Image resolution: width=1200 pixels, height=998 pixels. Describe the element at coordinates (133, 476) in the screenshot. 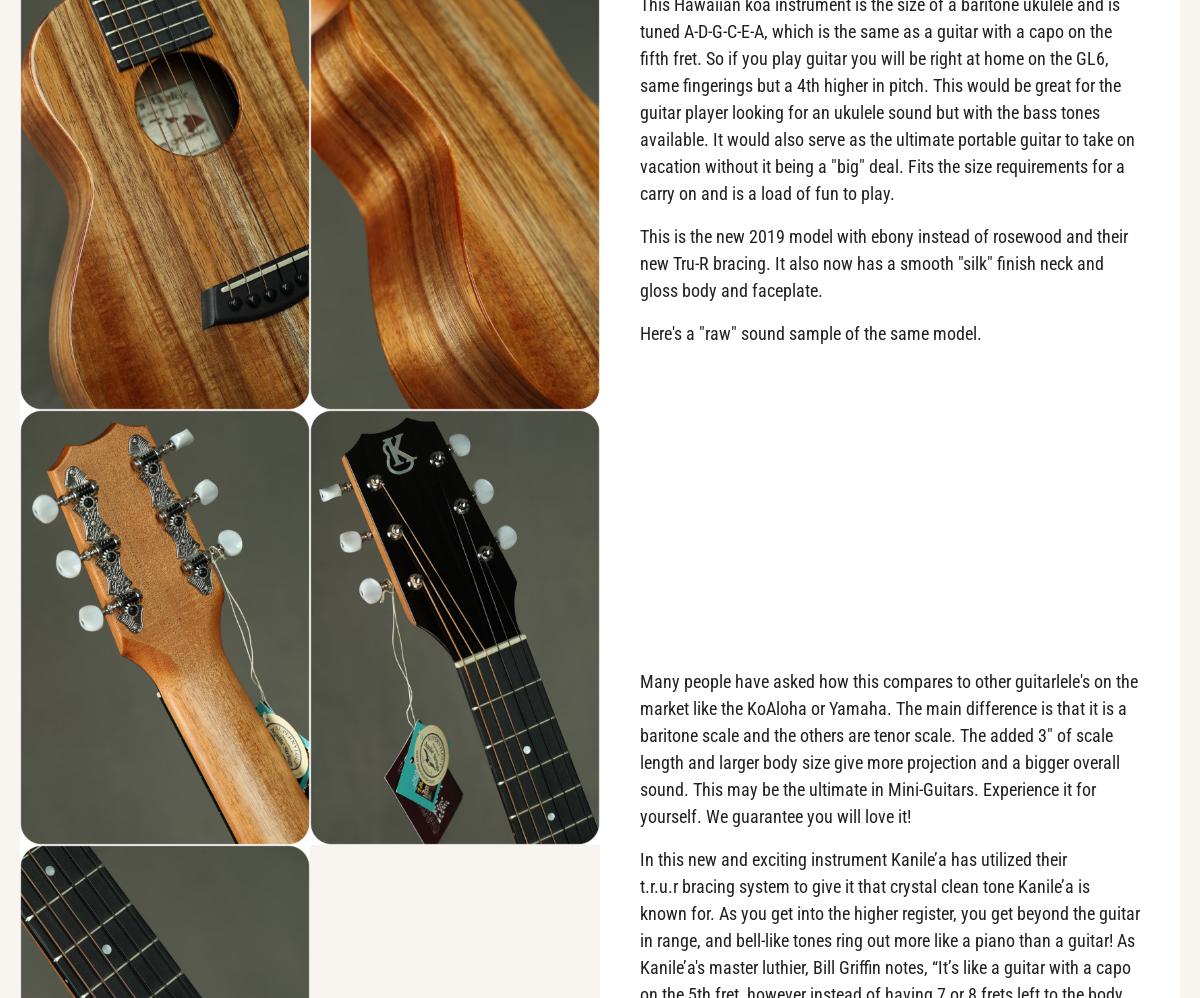

I see `'-Overall QC evaluation:'` at that location.